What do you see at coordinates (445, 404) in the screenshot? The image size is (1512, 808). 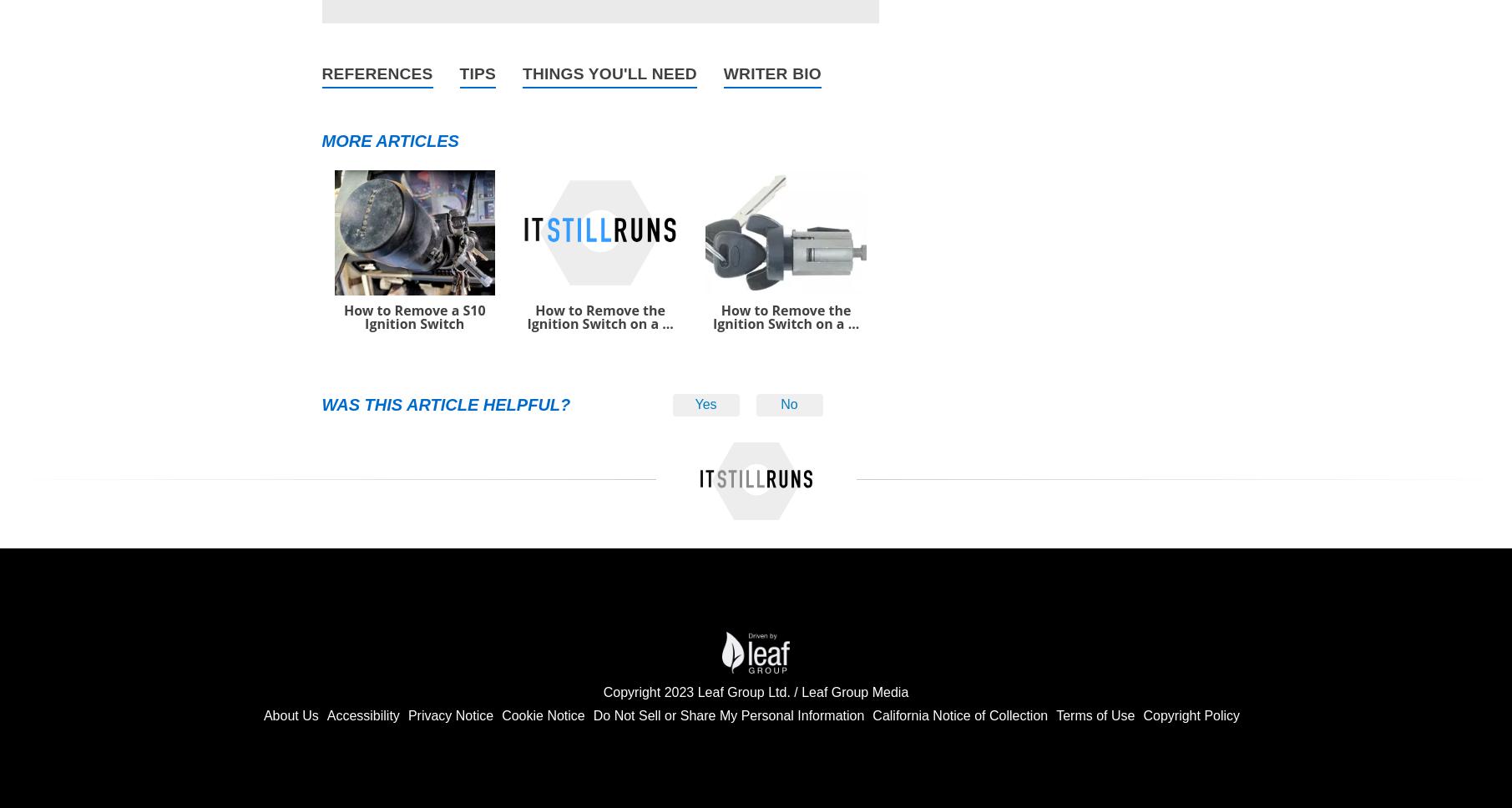 I see `'Was this article helpful?'` at bounding box center [445, 404].